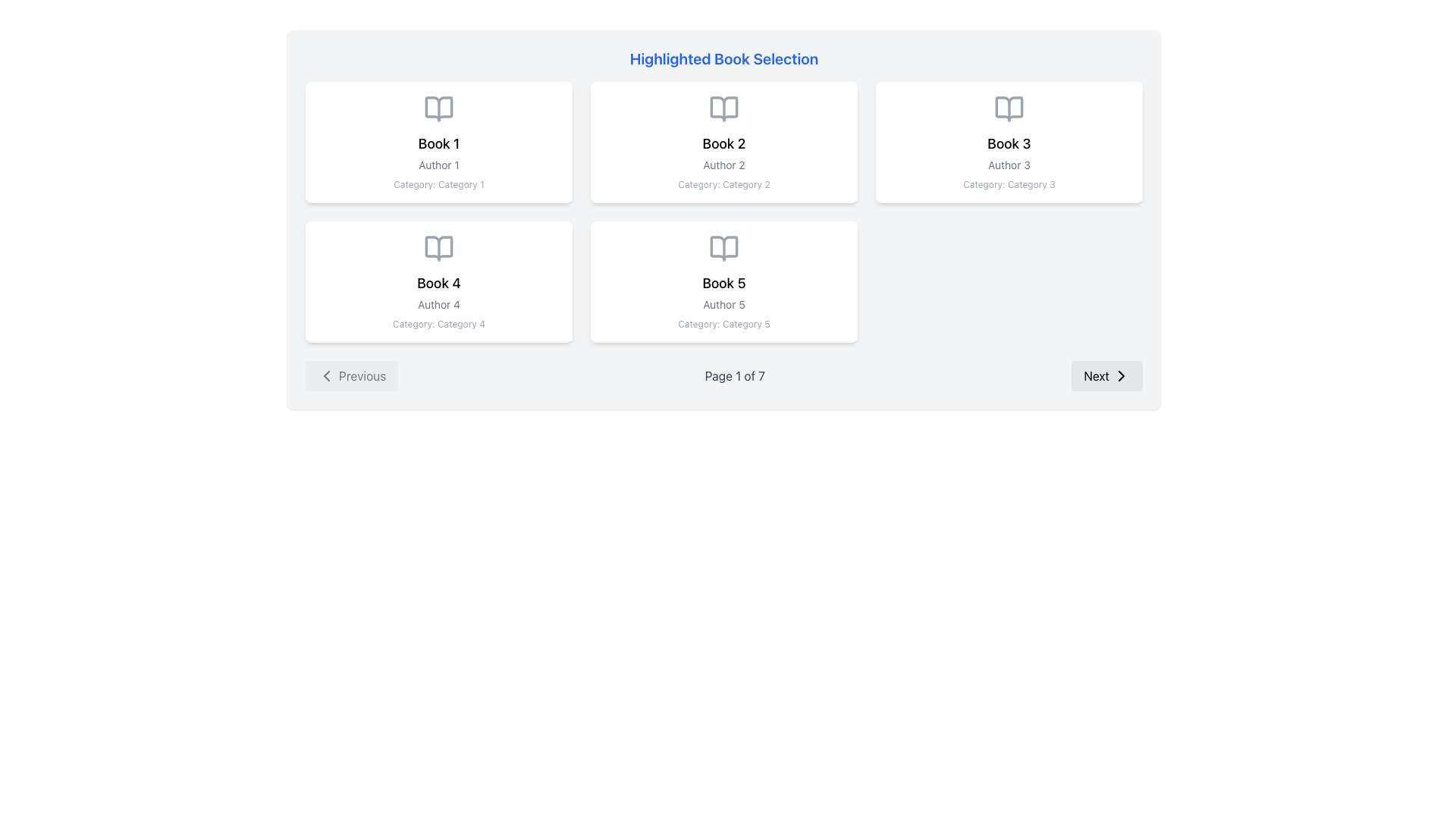  Describe the element at coordinates (723, 284) in the screenshot. I see `the title text display for 'Book 5'` at that location.